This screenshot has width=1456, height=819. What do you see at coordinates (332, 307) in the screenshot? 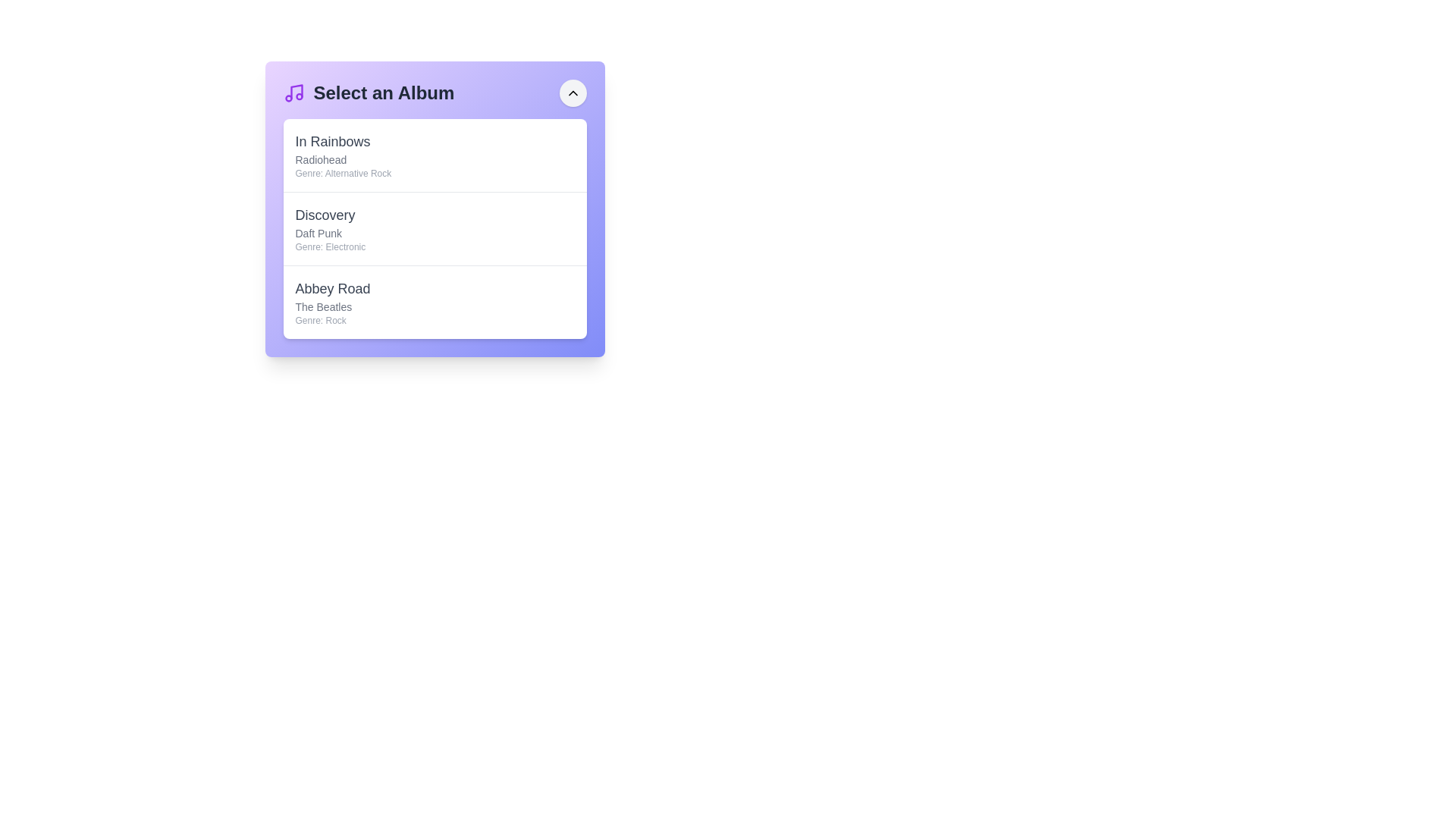
I see `the text label displaying 'The Beatles', which is located in the vertical list under the album title 'Abbey Road' and above the genre description 'Rock'` at bounding box center [332, 307].